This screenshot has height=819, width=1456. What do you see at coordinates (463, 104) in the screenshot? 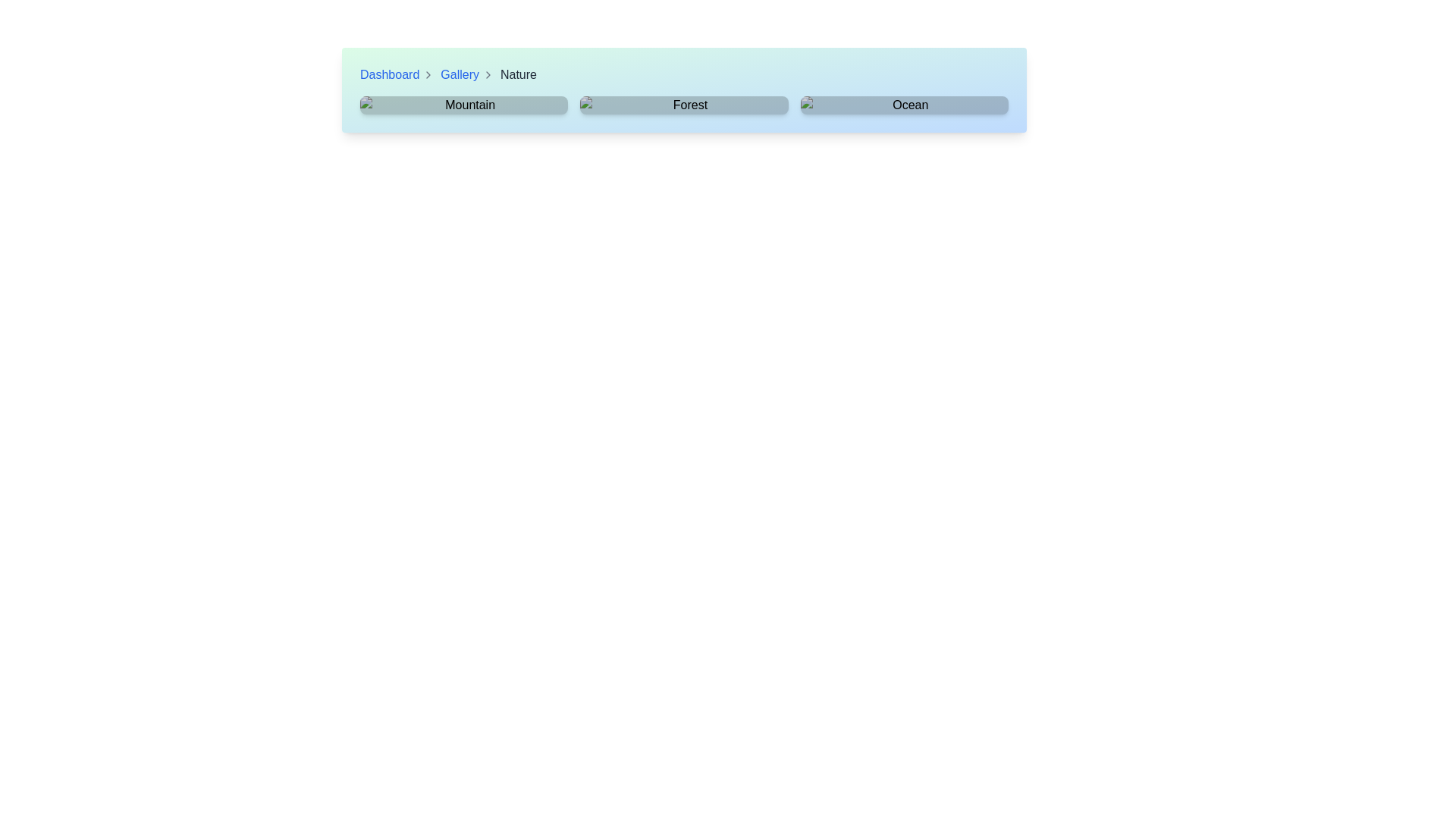
I see `the 'Mountain' button, which is a rectangular button with a light blue background and rounded corners, containing the text 'Mountain' and an image on its left side` at bounding box center [463, 104].